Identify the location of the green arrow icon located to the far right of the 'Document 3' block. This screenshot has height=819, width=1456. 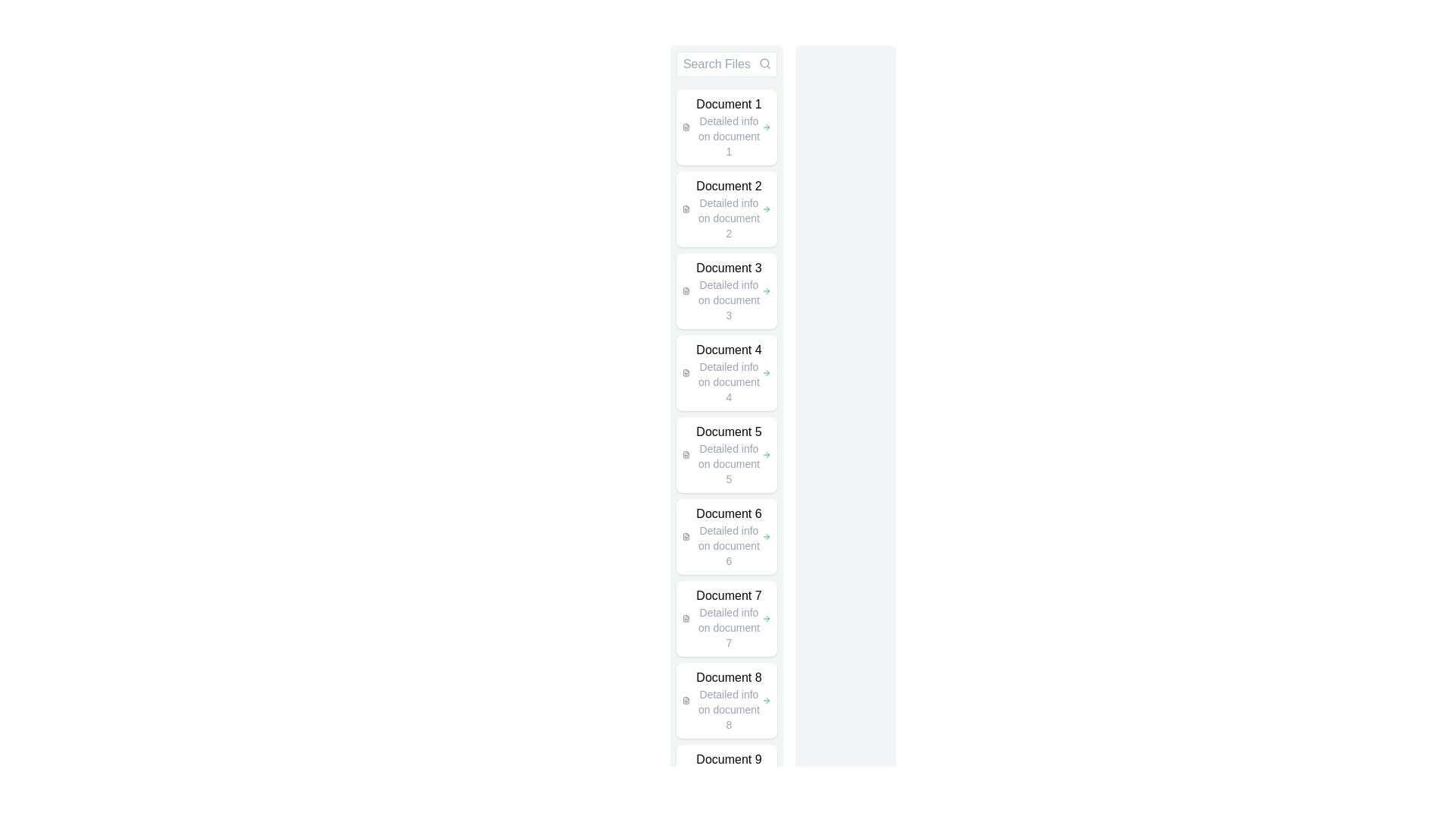
(767, 291).